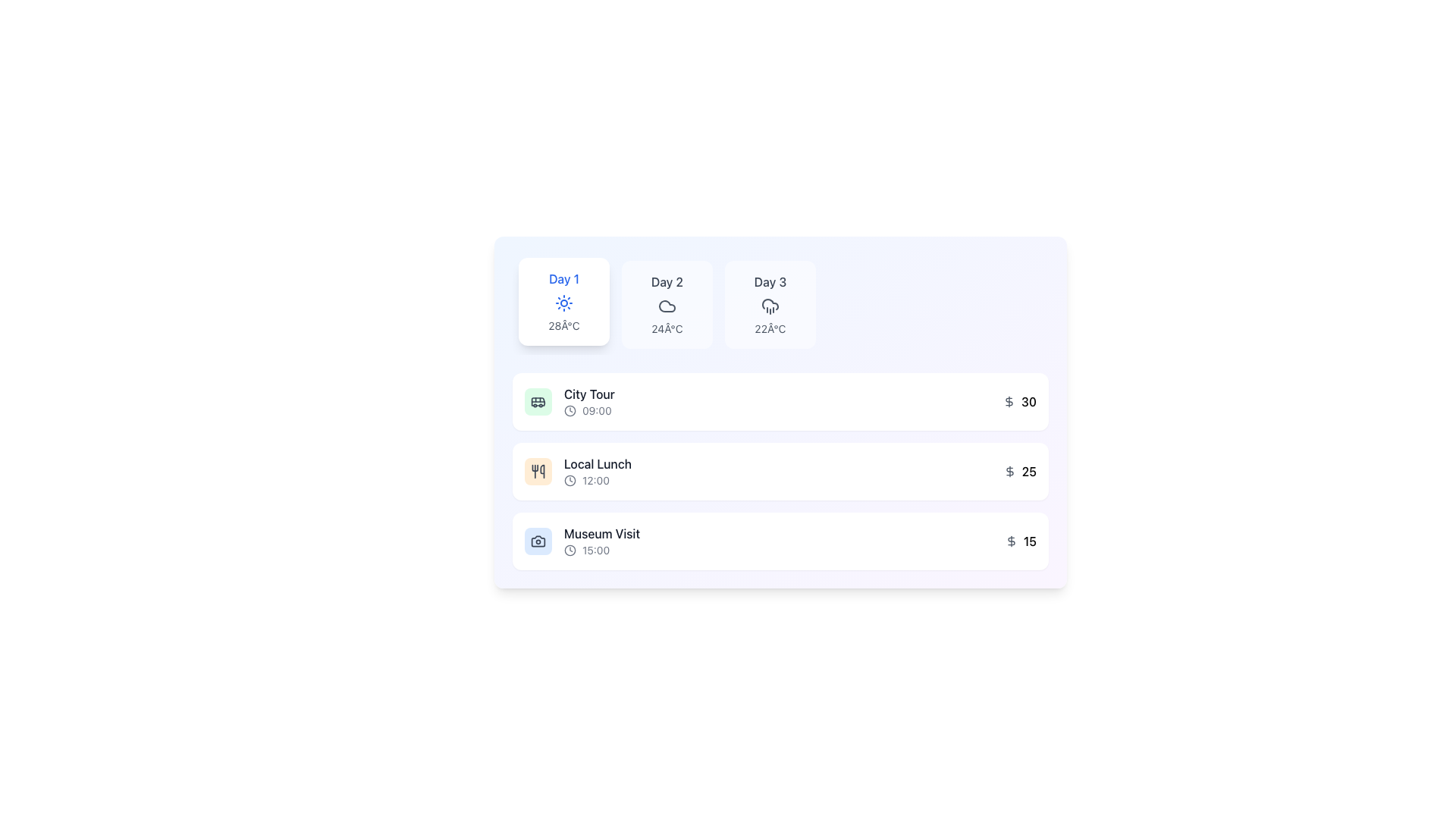 The height and width of the screenshot is (819, 1456). What do you see at coordinates (770, 328) in the screenshot?
I see `the temperature forecast text for 'Day 3', which is located in the third box of the first row, below the weather icon` at bounding box center [770, 328].